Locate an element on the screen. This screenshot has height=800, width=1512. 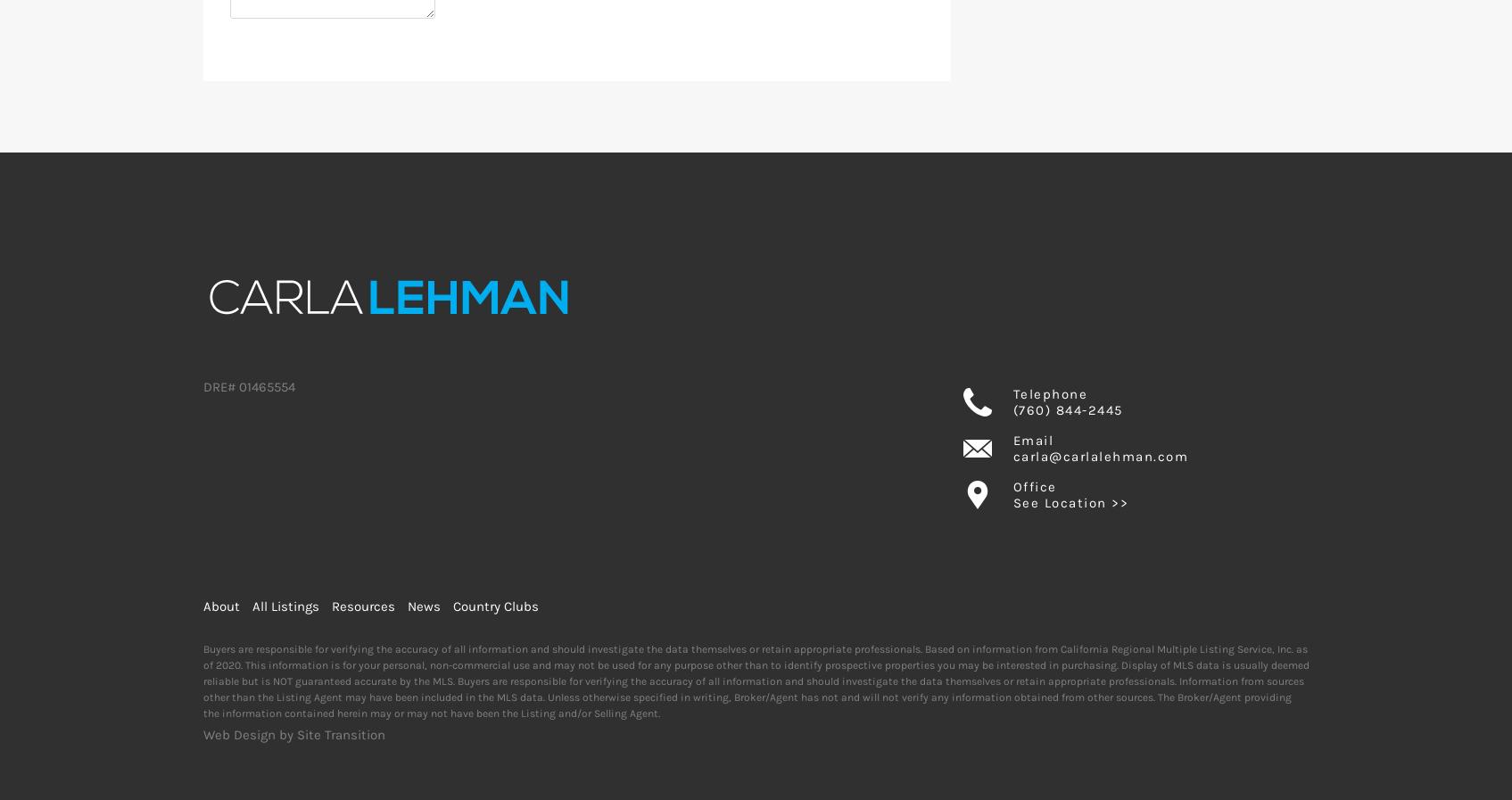
'Email' is located at coordinates (1032, 440).